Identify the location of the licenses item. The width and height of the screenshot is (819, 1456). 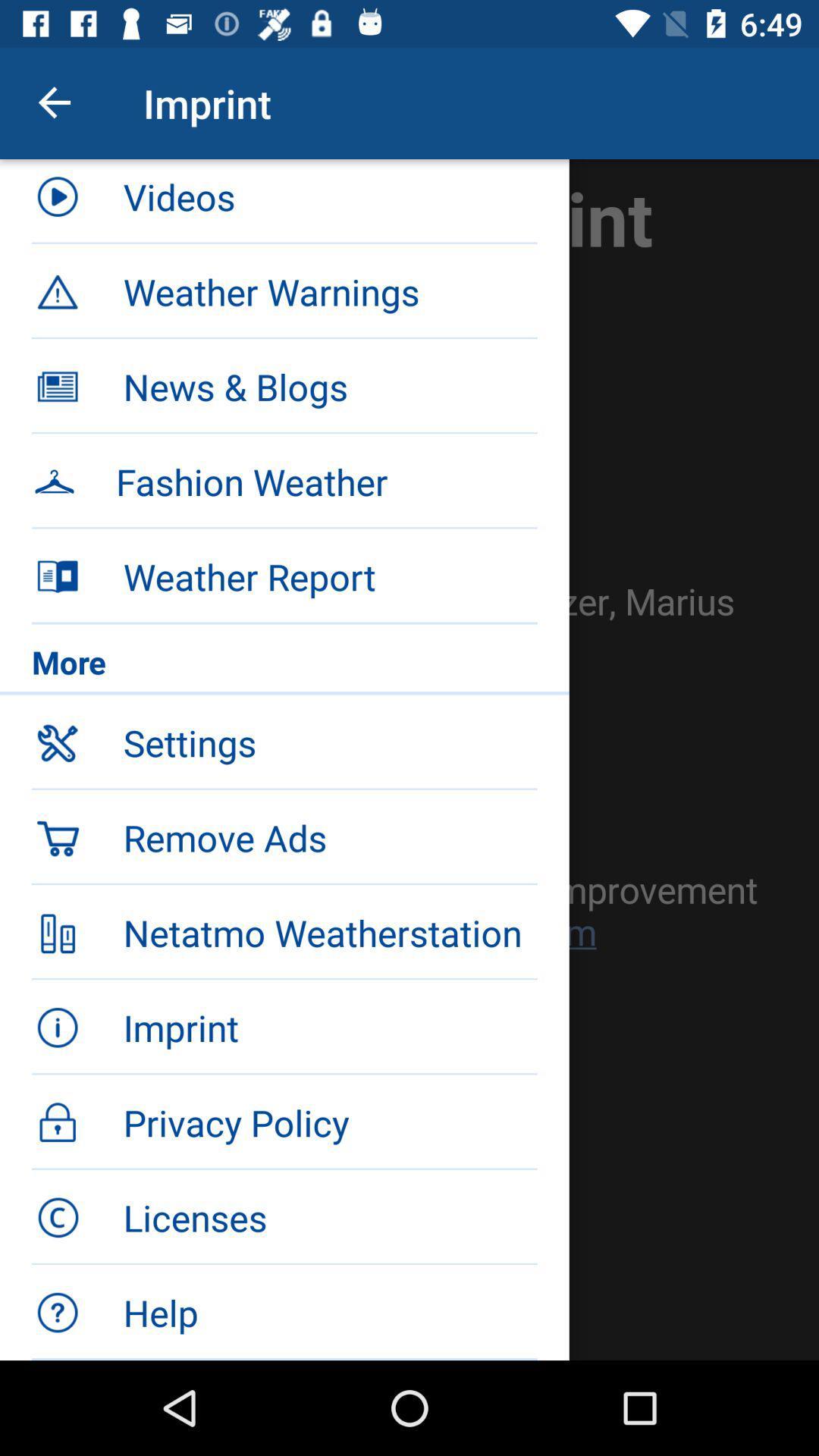
(329, 1217).